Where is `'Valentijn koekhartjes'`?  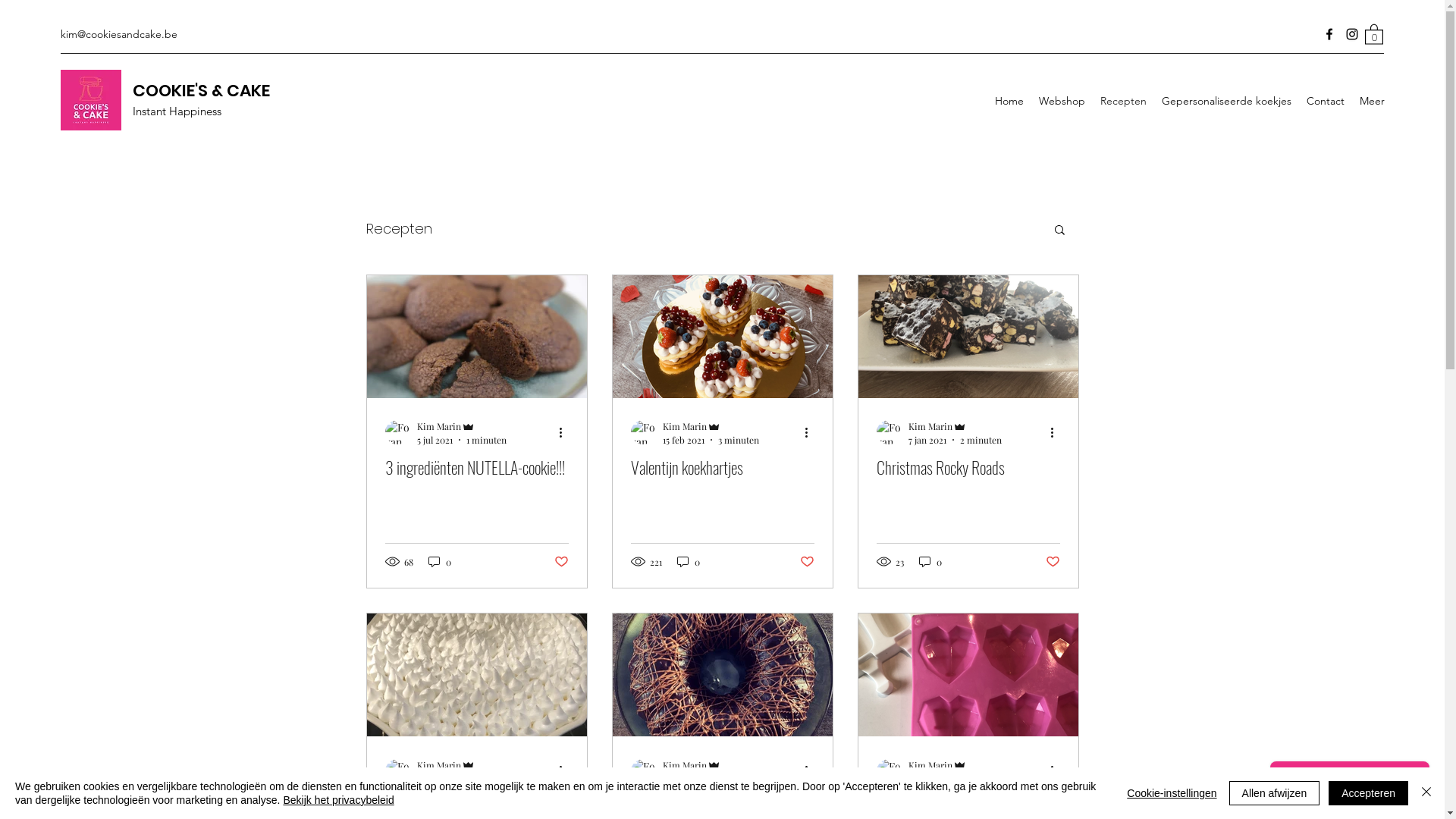 'Valentijn koekhartjes' is located at coordinates (722, 466).